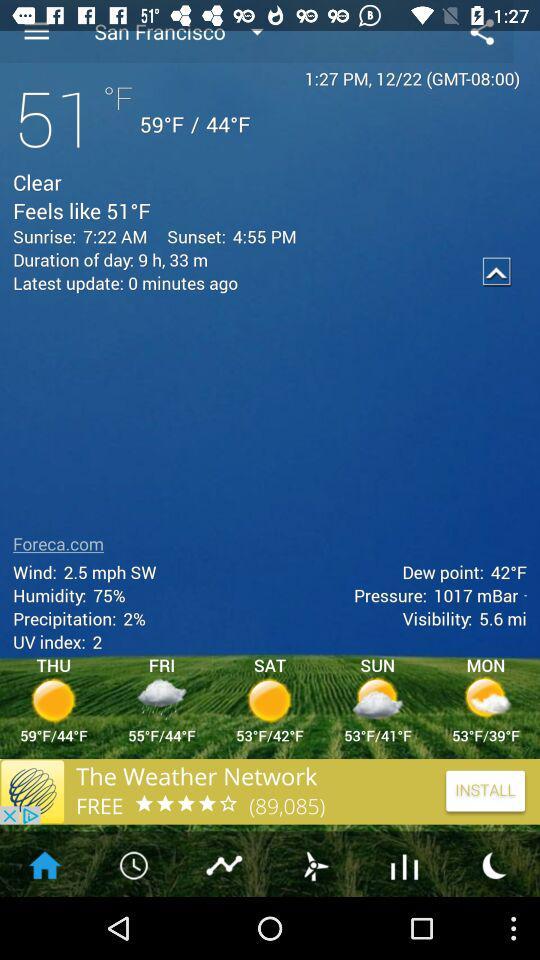 This screenshot has height=960, width=540. What do you see at coordinates (44, 925) in the screenshot?
I see `the home icon` at bounding box center [44, 925].